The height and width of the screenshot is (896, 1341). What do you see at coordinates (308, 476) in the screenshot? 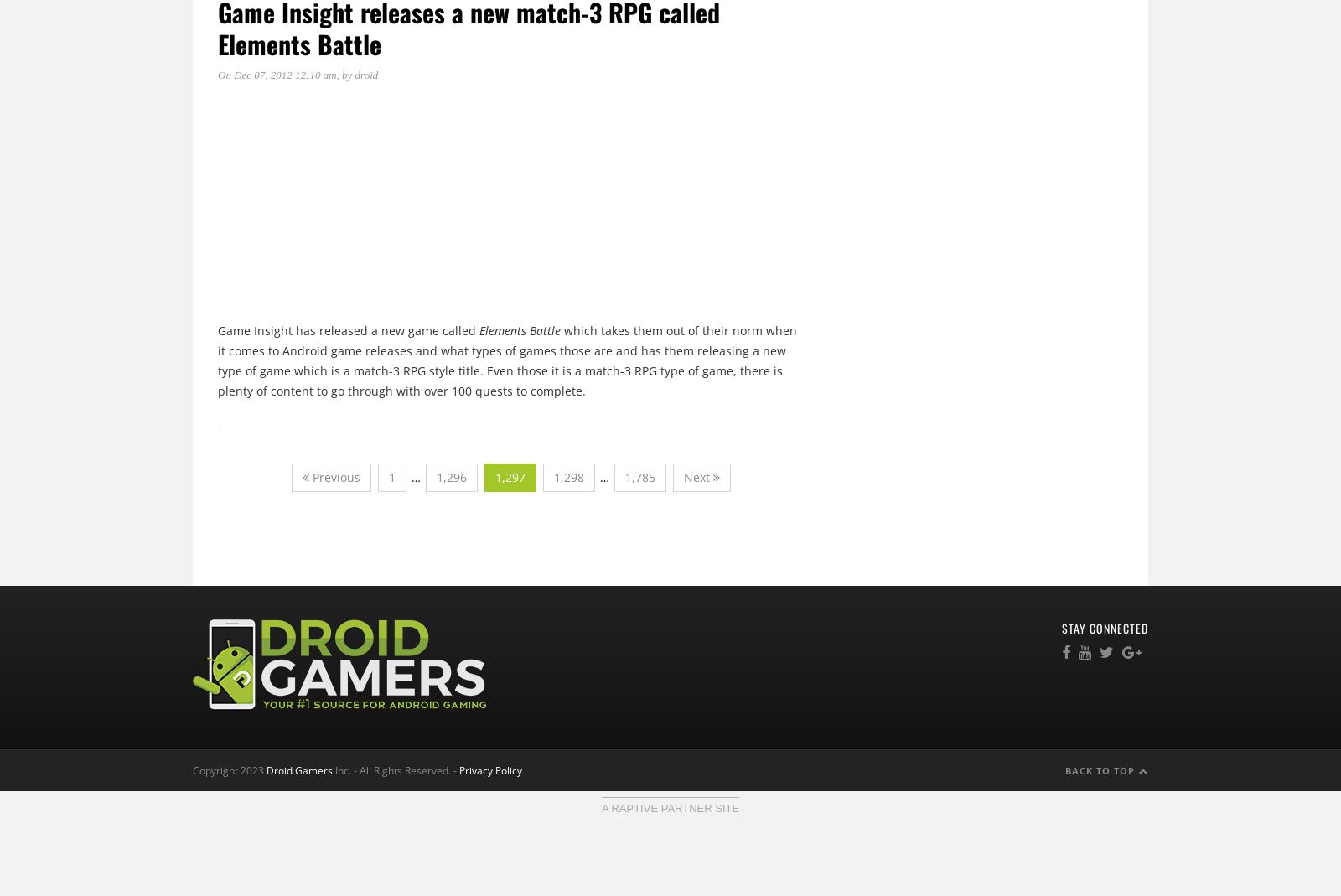
I see `'Previous'` at bounding box center [308, 476].